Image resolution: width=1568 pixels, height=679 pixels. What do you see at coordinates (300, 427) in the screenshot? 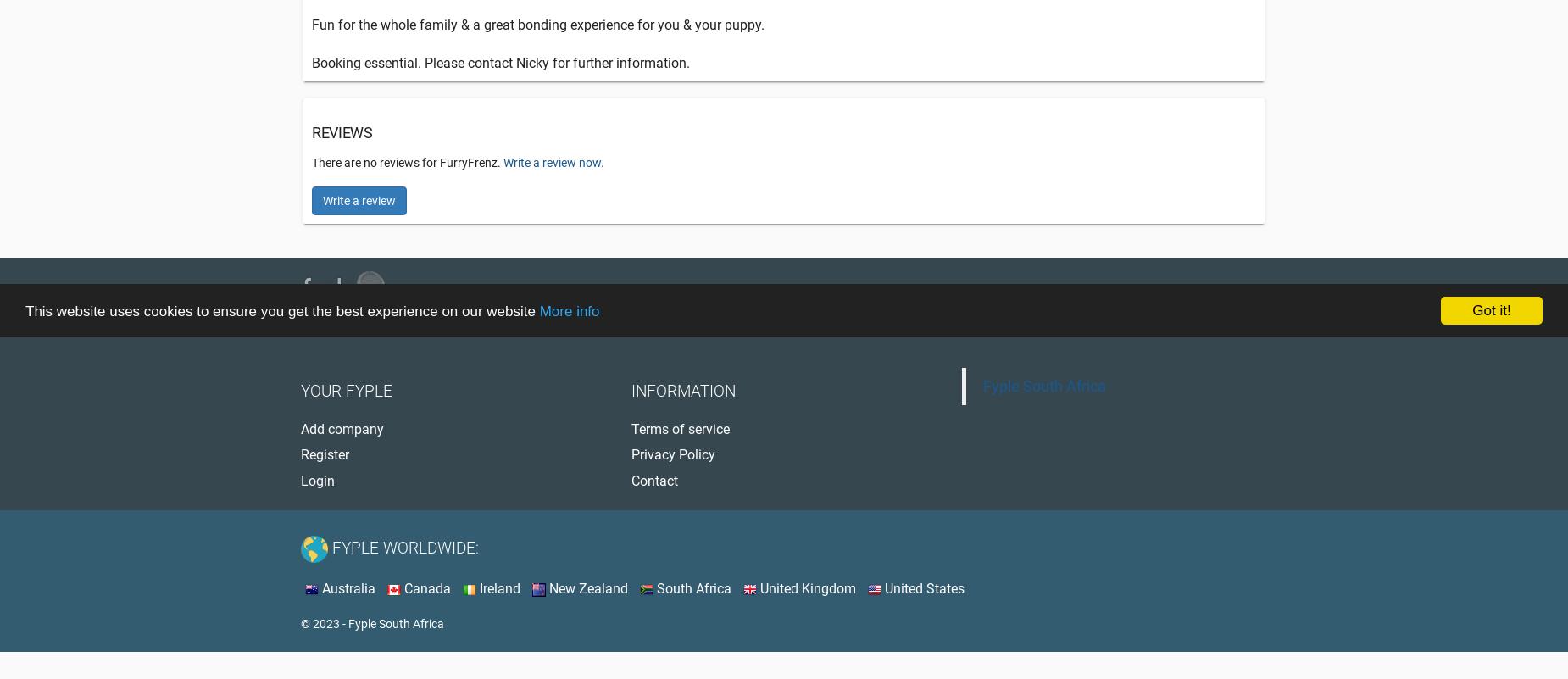
I see `'Add company'` at bounding box center [300, 427].